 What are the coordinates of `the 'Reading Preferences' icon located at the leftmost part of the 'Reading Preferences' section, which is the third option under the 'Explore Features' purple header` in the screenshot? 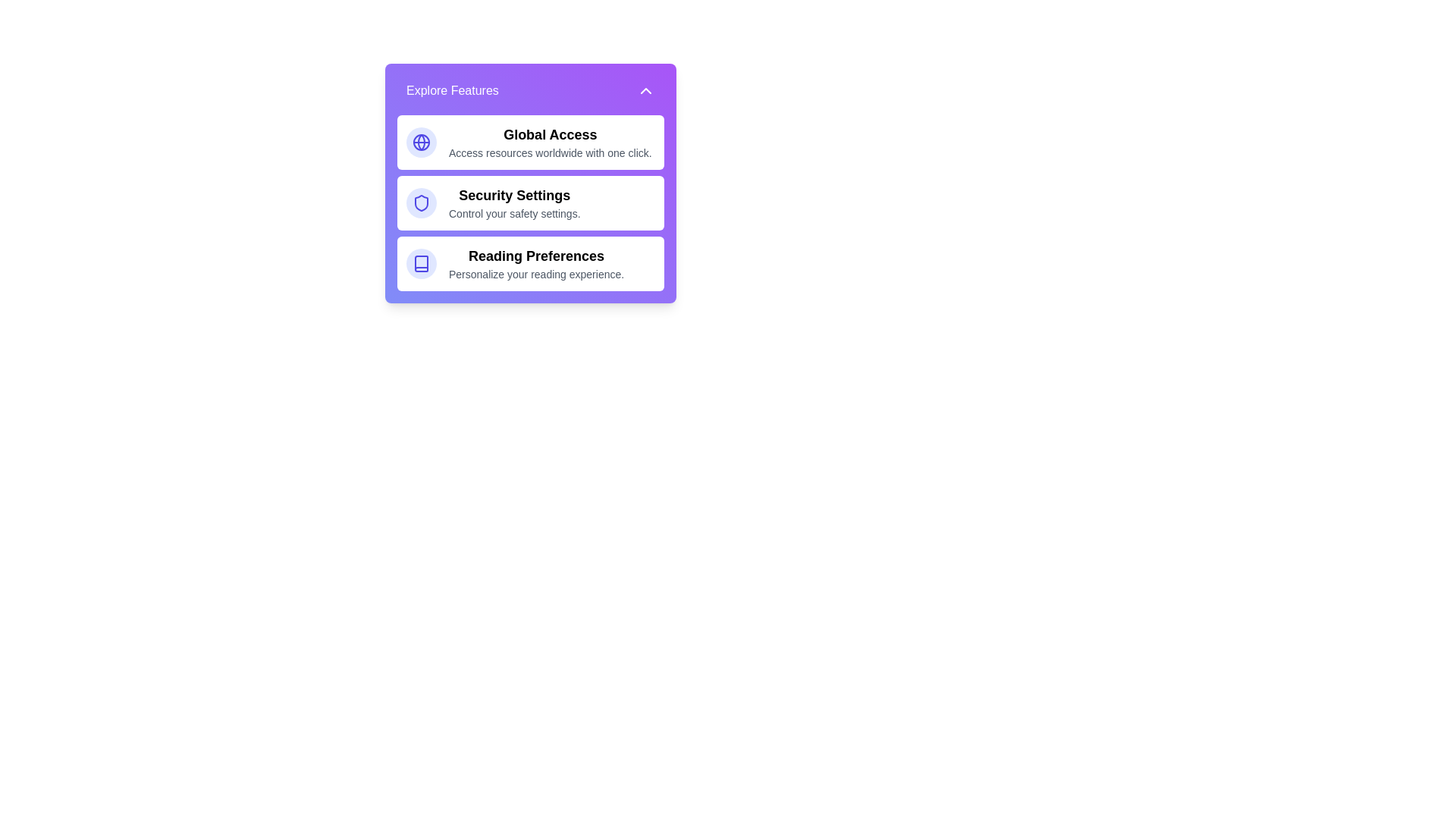 It's located at (422, 262).